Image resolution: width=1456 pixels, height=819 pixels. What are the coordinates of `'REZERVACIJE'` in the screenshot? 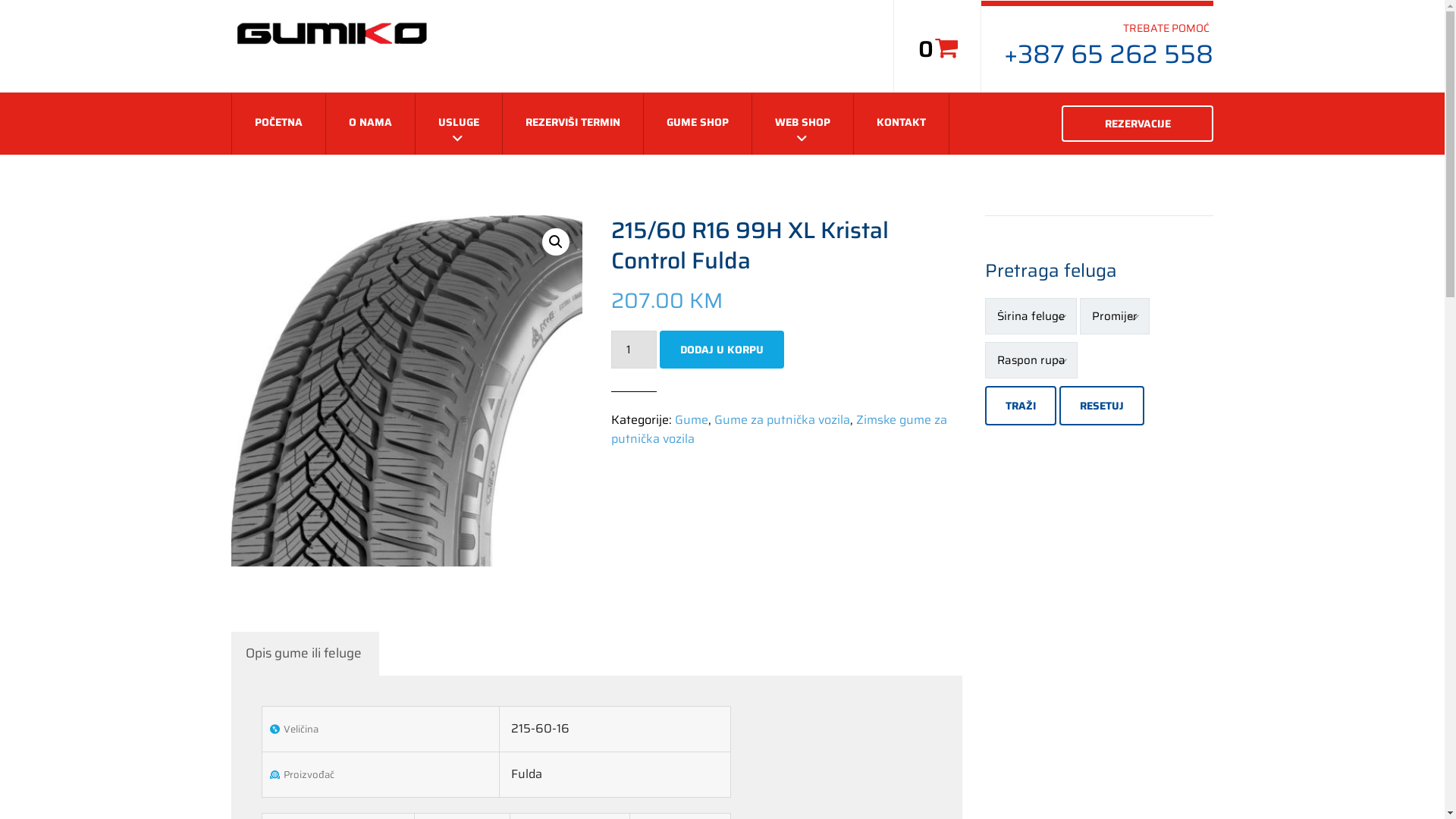 It's located at (1061, 122).